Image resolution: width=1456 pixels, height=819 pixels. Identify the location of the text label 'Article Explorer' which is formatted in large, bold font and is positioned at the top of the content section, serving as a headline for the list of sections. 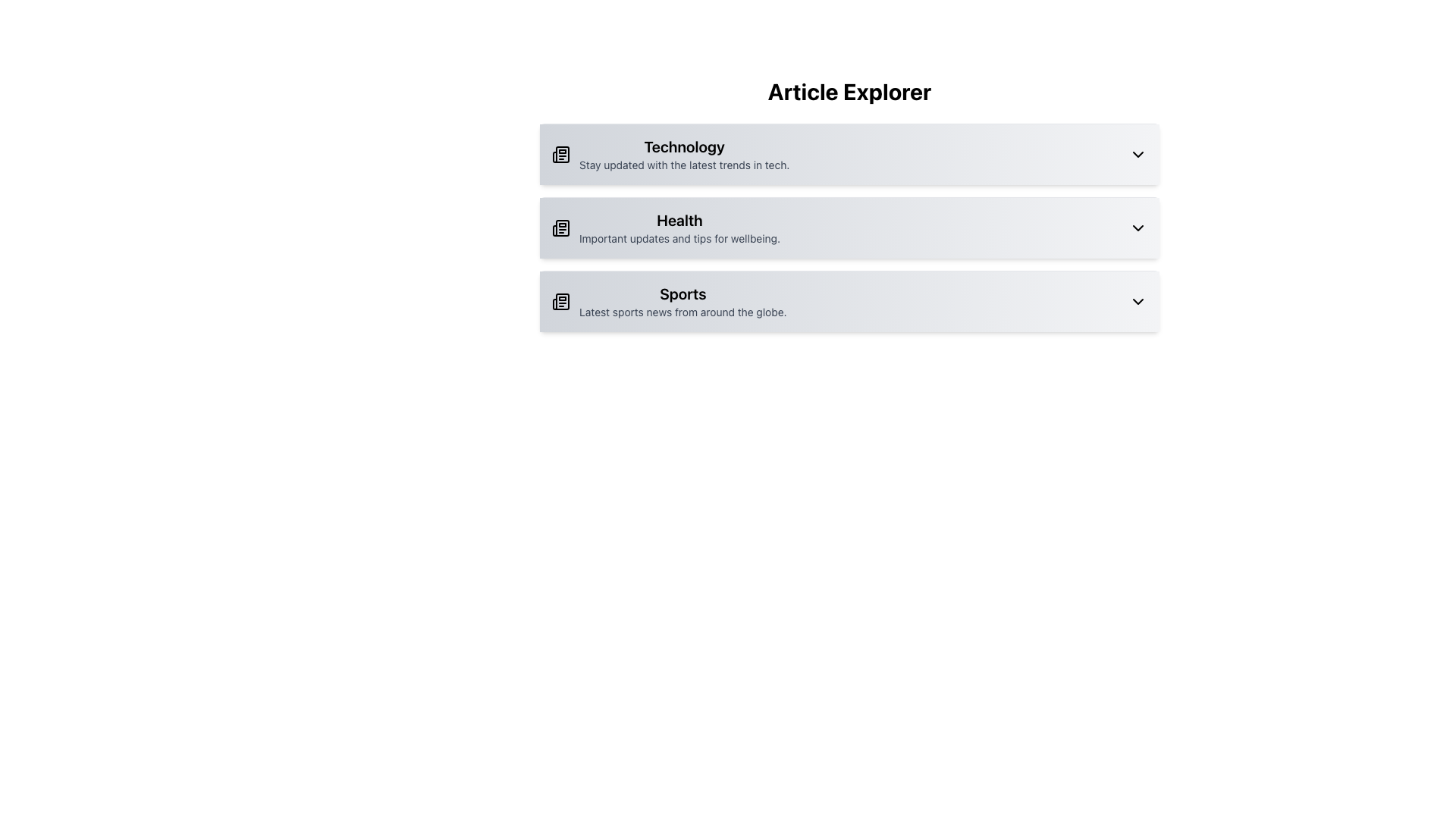
(849, 91).